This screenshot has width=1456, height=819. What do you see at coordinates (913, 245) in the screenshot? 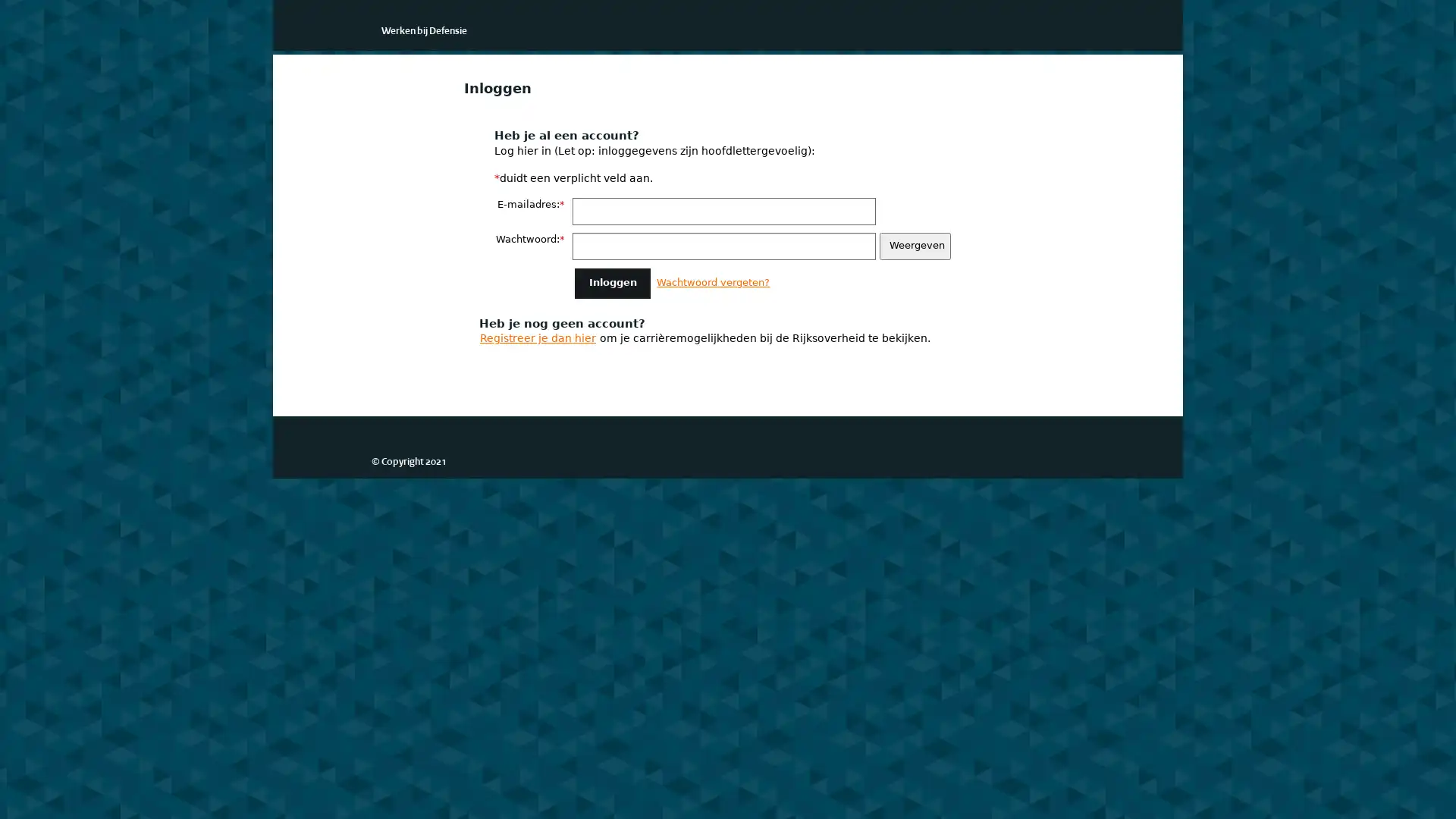
I see `Weergeven` at bounding box center [913, 245].